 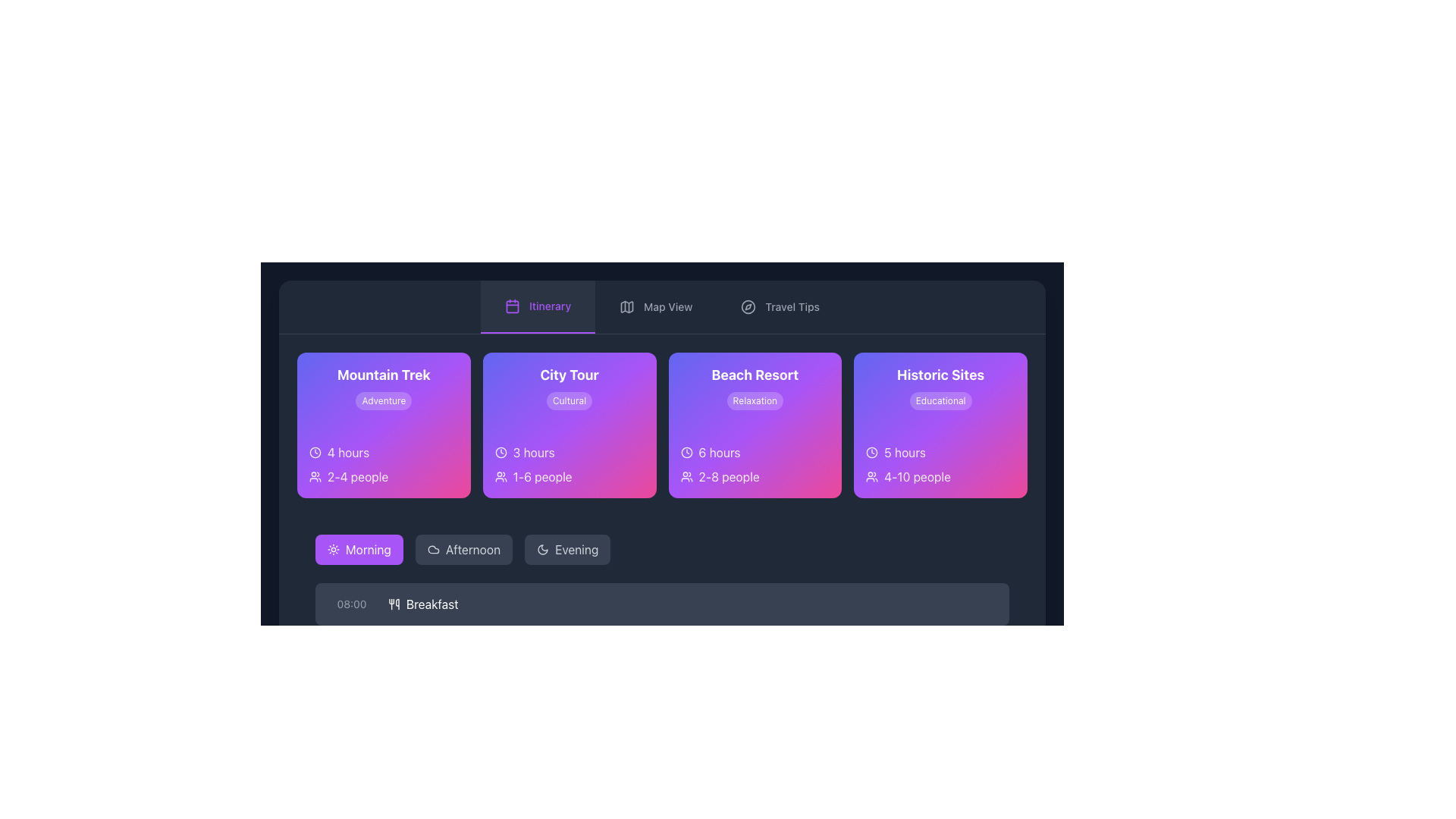 What do you see at coordinates (917, 475) in the screenshot?
I see `the text display element that provides information about the recommended group size for the activity described in the 'Historic Sites' section, located at the bottom-right of the 'Historic Sites' card` at bounding box center [917, 475].